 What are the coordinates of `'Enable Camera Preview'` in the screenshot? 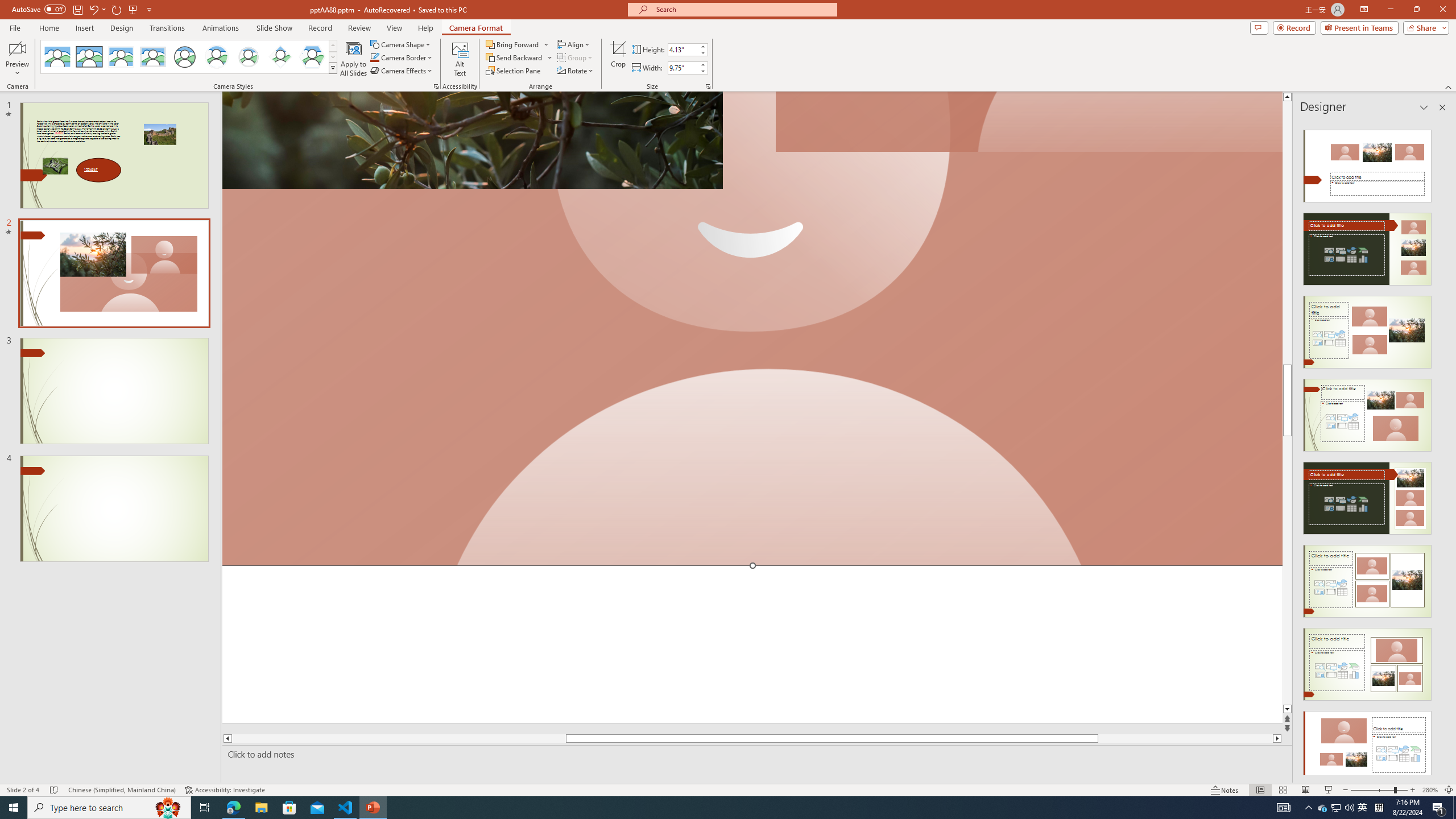 It's located at (16, 48).